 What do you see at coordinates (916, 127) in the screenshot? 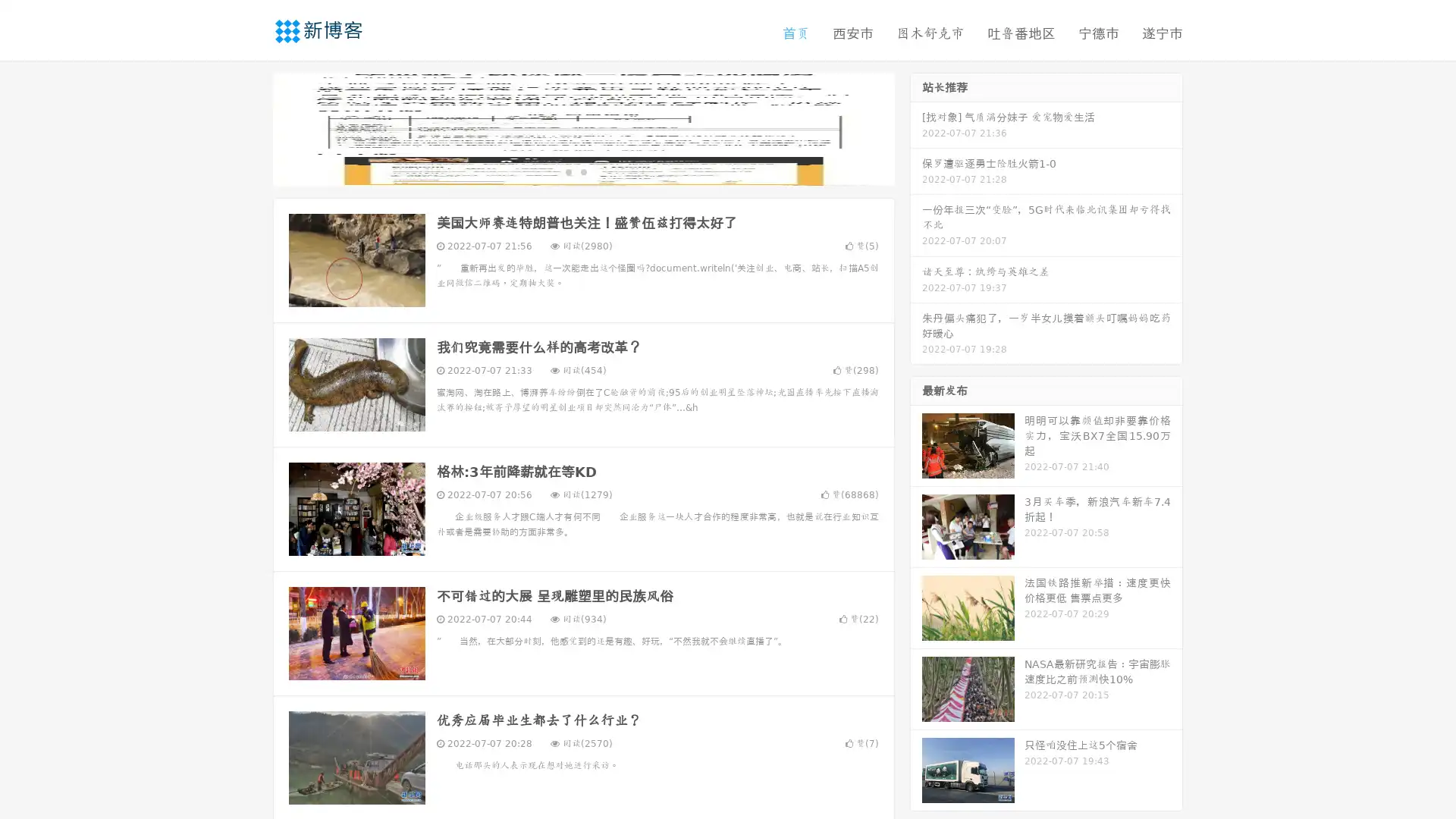
I see `Next slide` at bounding box center [916, 127].